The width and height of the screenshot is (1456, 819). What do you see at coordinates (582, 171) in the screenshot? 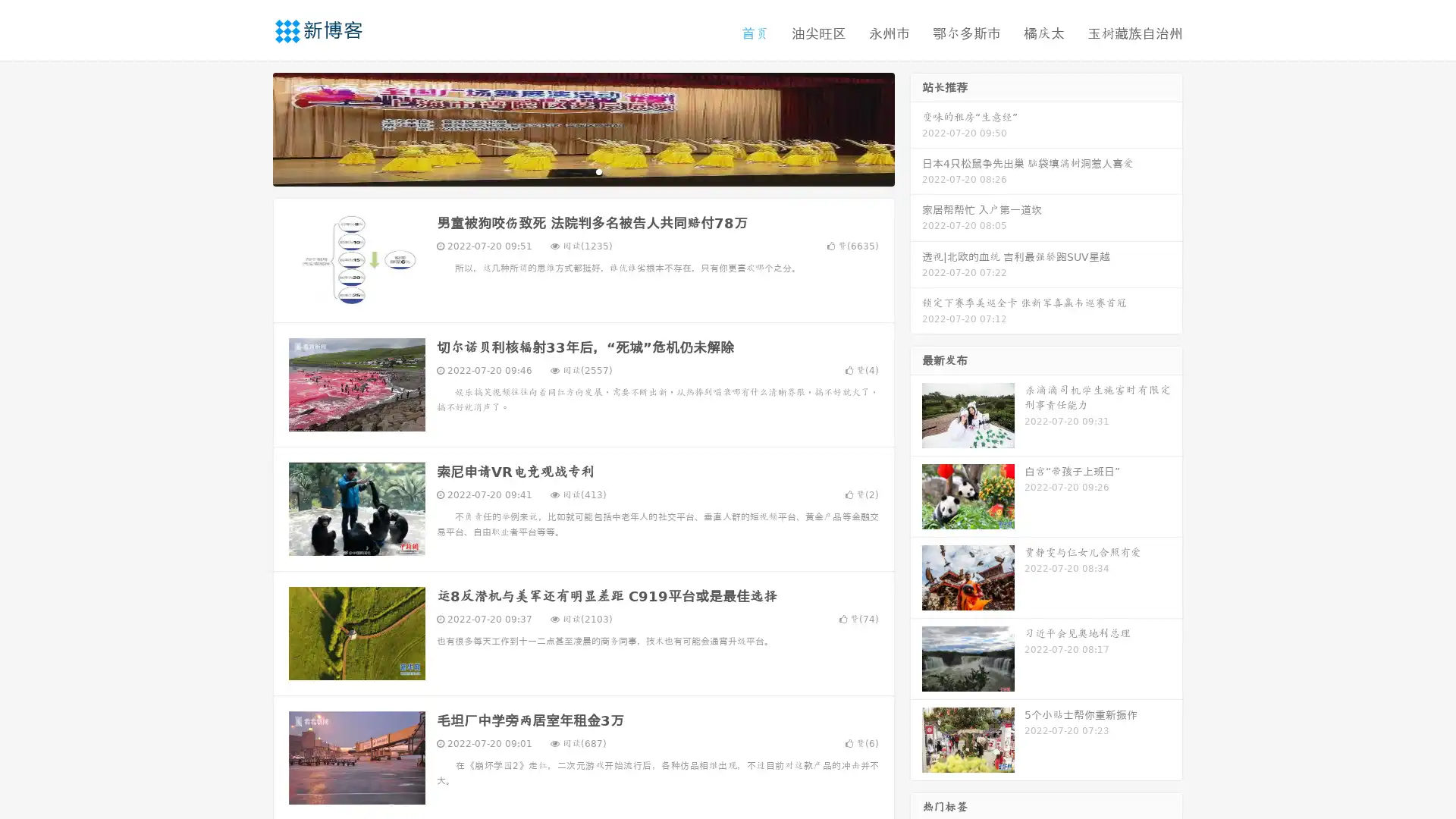
I see `Go to slide 2` at bounding box center [582, 171].